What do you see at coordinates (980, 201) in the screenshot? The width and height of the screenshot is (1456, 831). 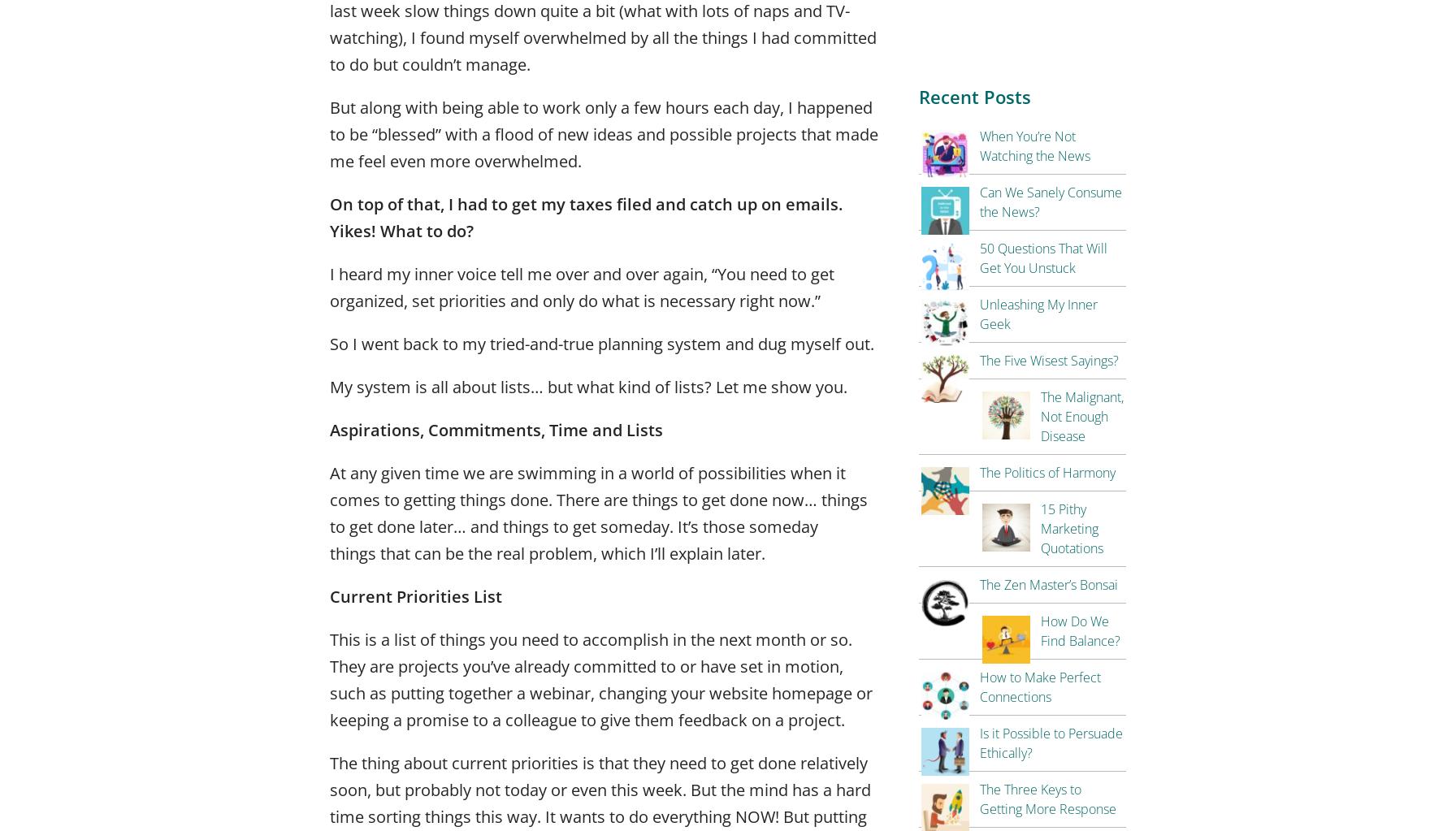 I see `'Can We Sanely Consume the News?'` at bounding box center [980, 201].